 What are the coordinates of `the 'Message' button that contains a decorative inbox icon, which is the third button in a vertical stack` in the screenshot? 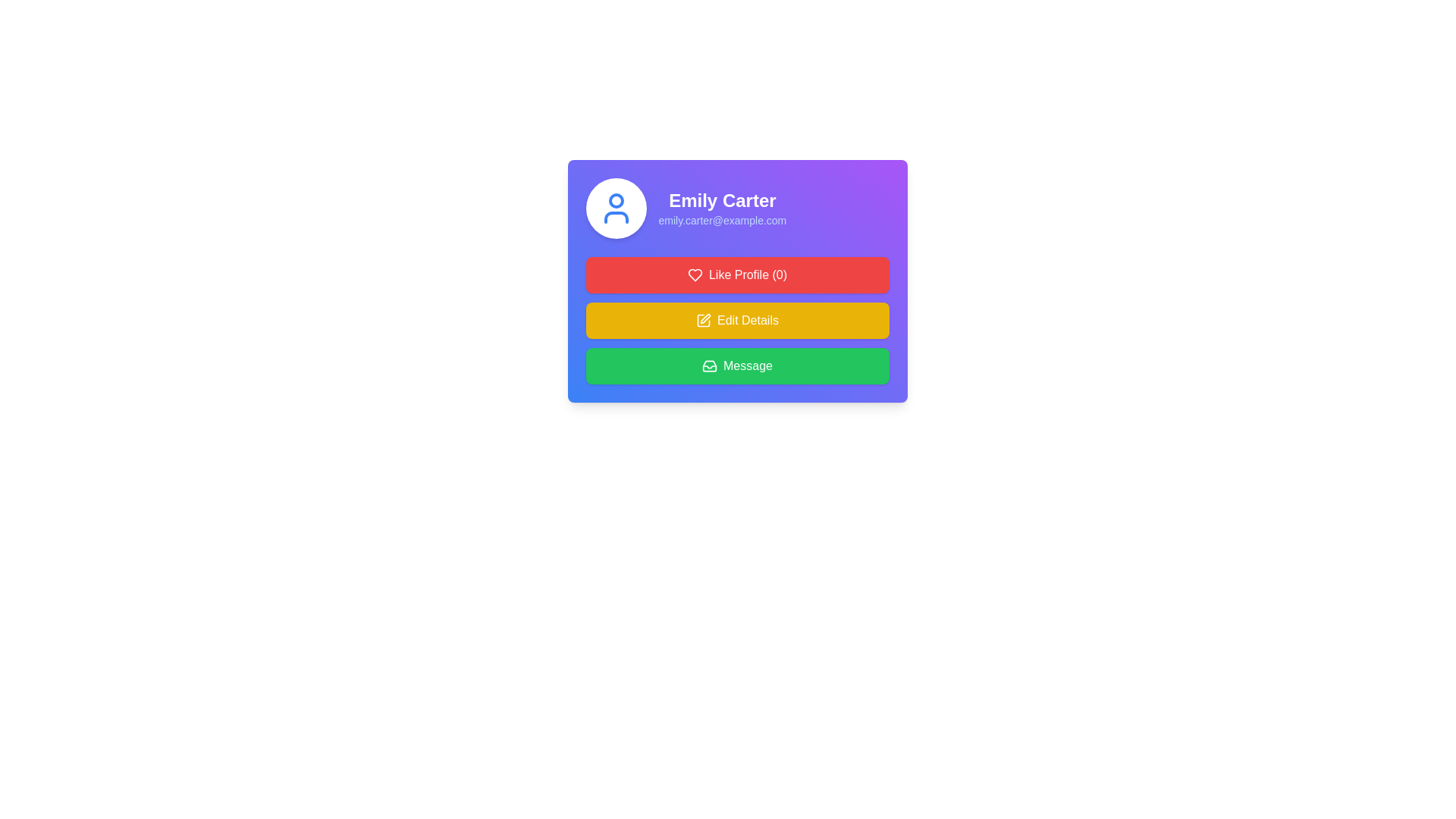 It's located at (709, 366).